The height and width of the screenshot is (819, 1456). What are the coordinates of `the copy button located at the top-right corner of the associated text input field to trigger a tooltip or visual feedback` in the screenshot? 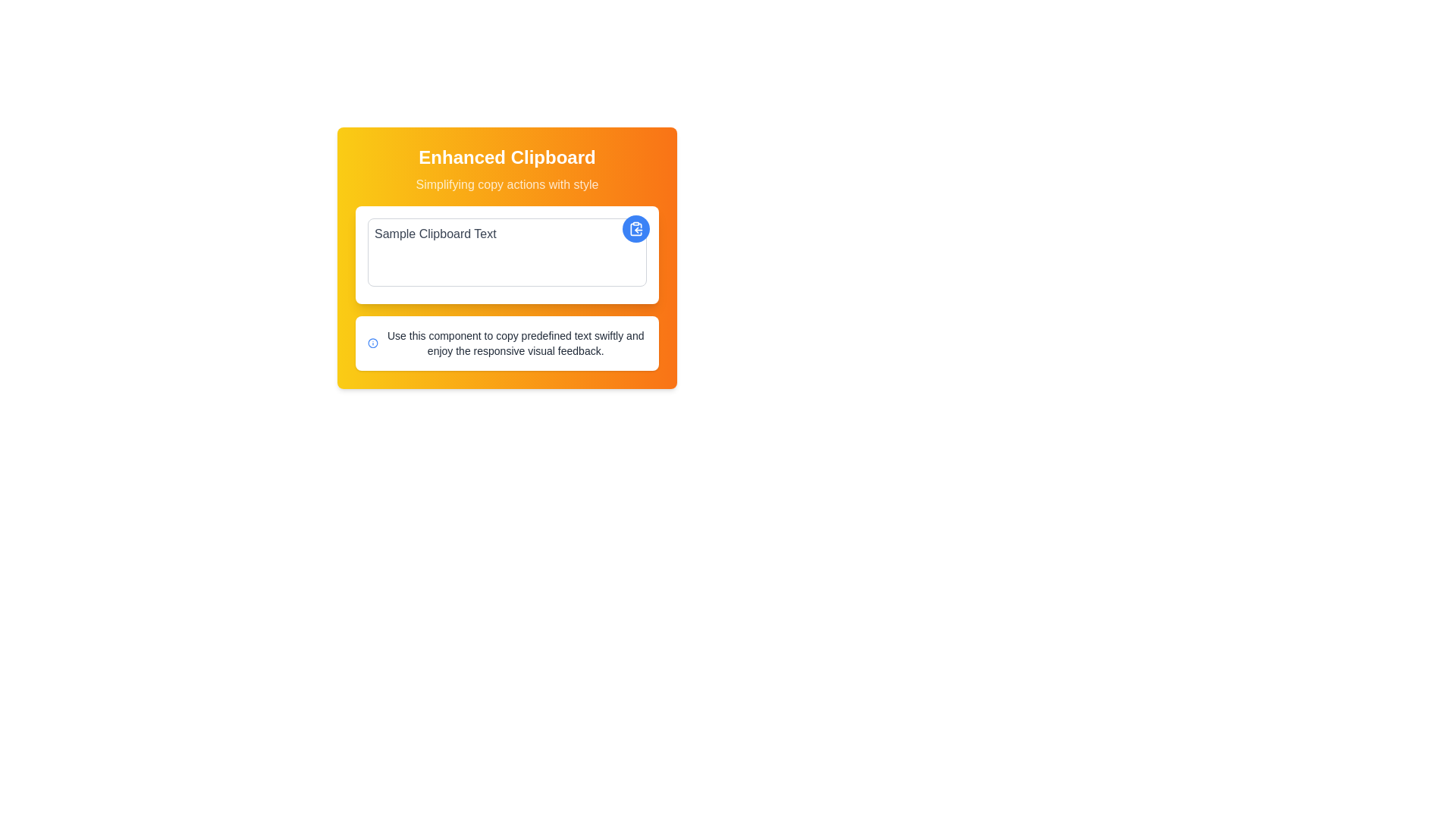 It's located at (636, 228).